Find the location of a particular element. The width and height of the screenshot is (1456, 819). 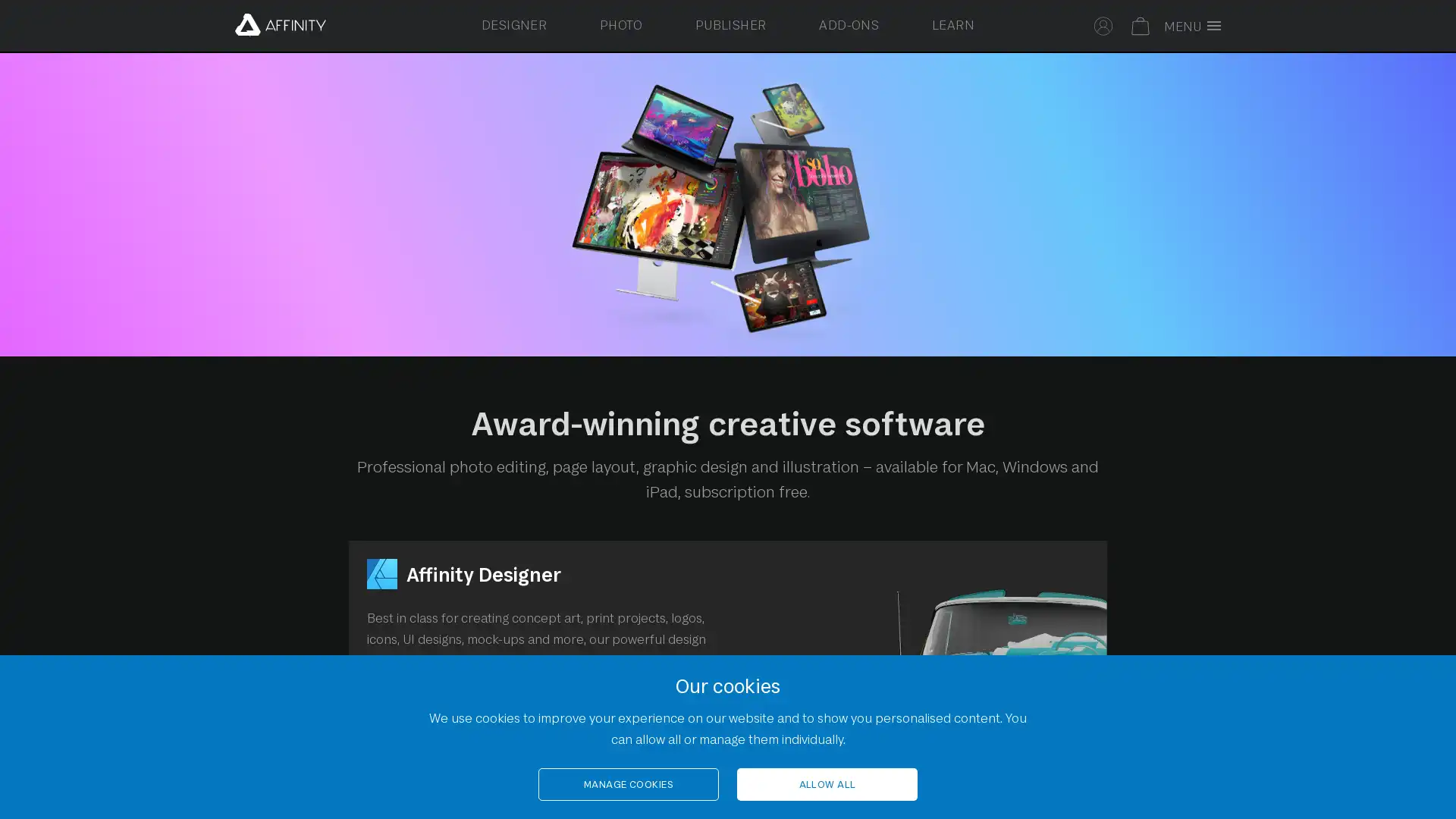

Select to sign in to your Affinity account is located at coordinates (1103, 24).